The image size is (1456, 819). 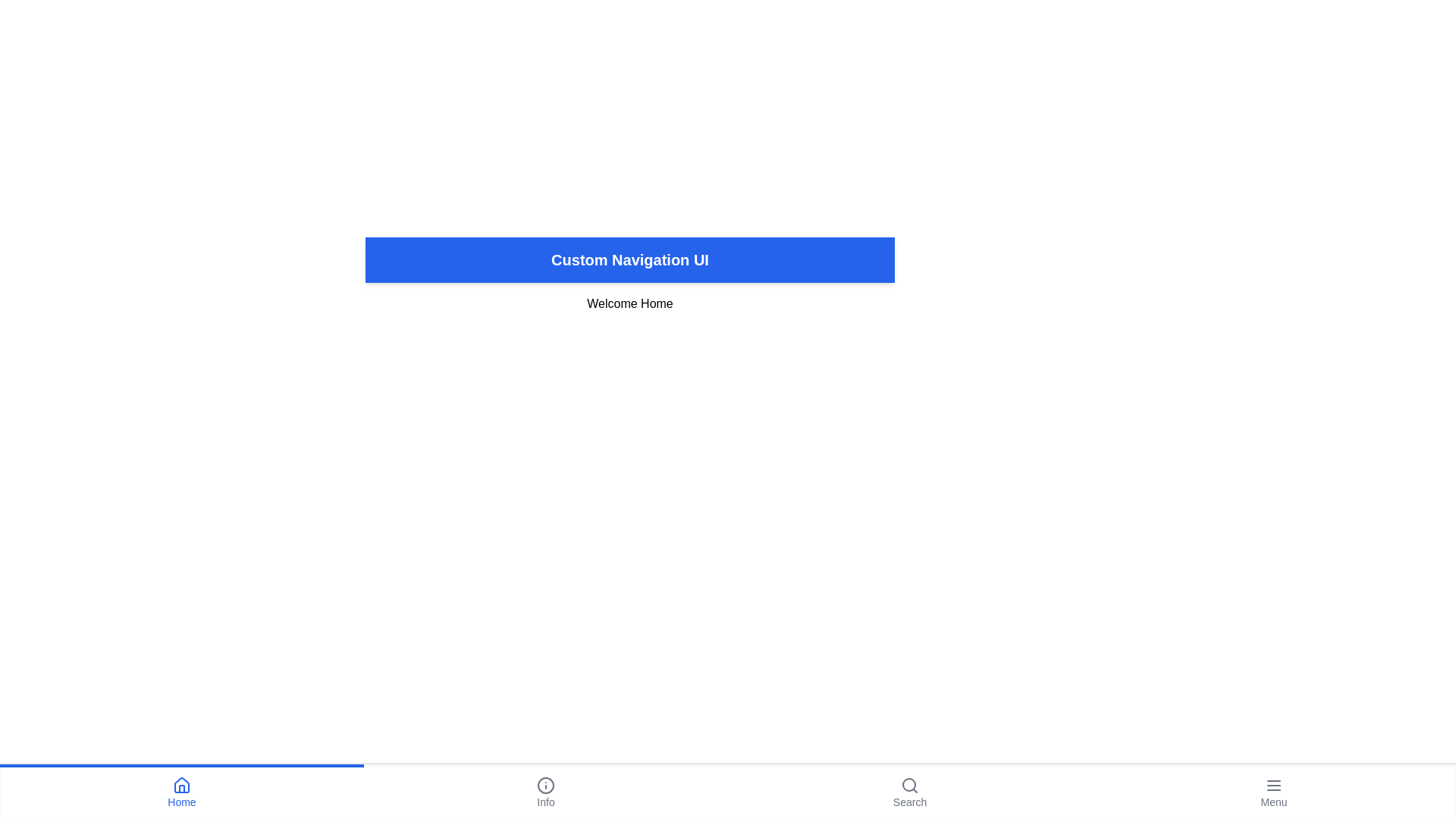 I want to click on the static banner or header text located at the top section of the interface, which serves as the title indicating the context of the navigation UI, so click(x=629, y=259).